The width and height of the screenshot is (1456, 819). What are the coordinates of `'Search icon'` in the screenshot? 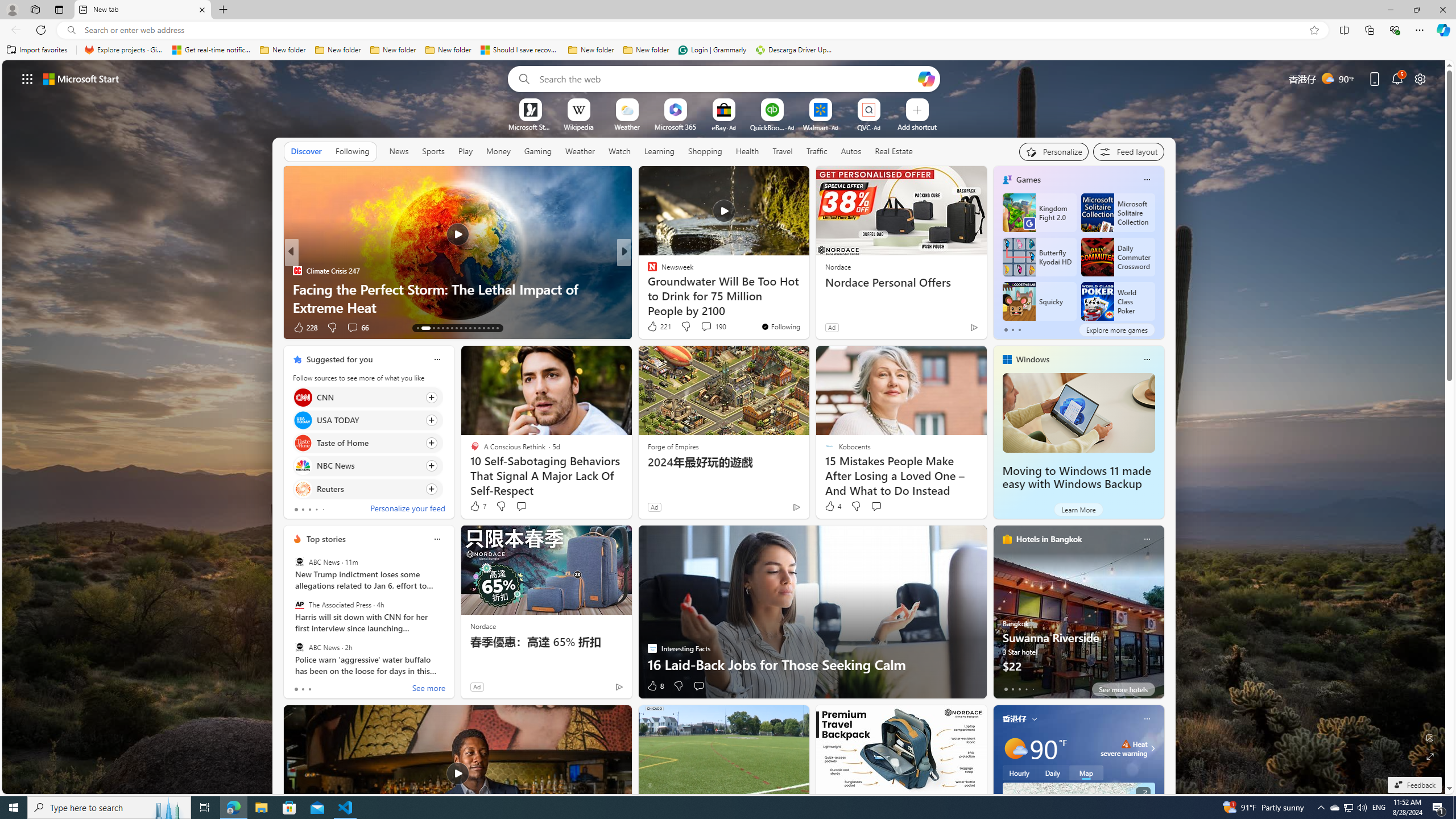 It's located at (71, 30).